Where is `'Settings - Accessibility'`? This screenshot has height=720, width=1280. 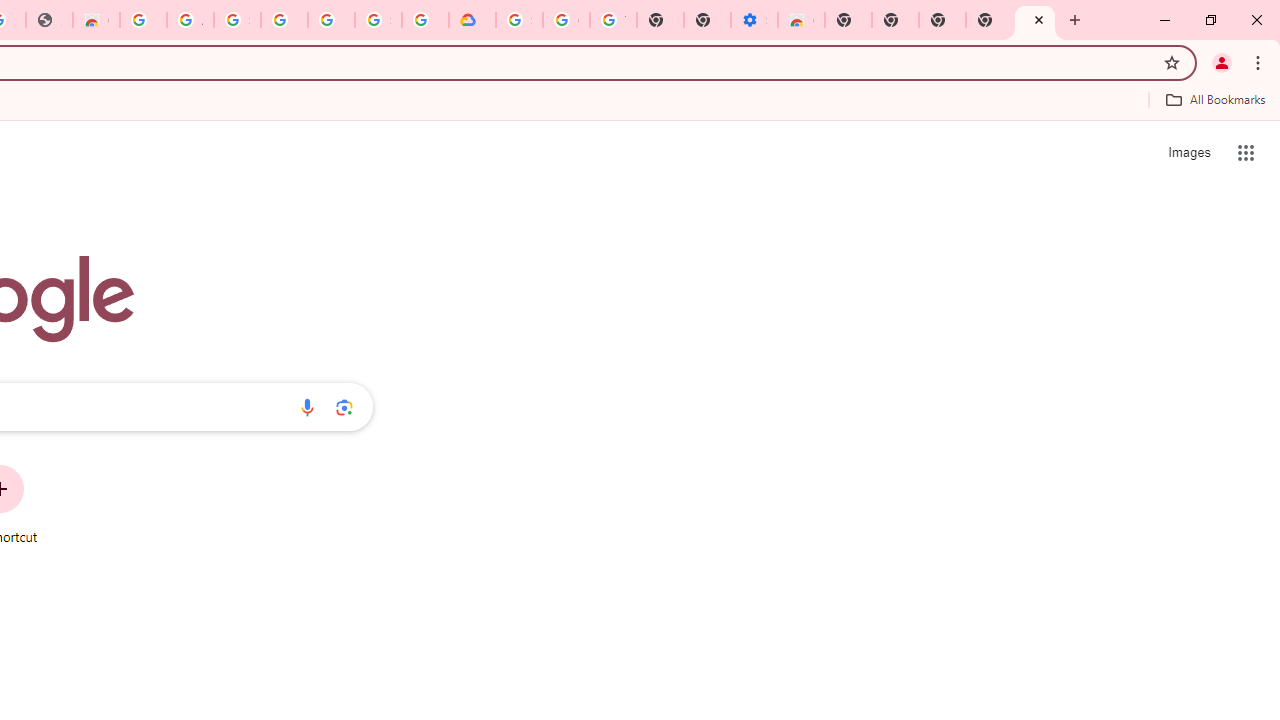
'Settings - Accessibility' is located at coordinates (753, 20).